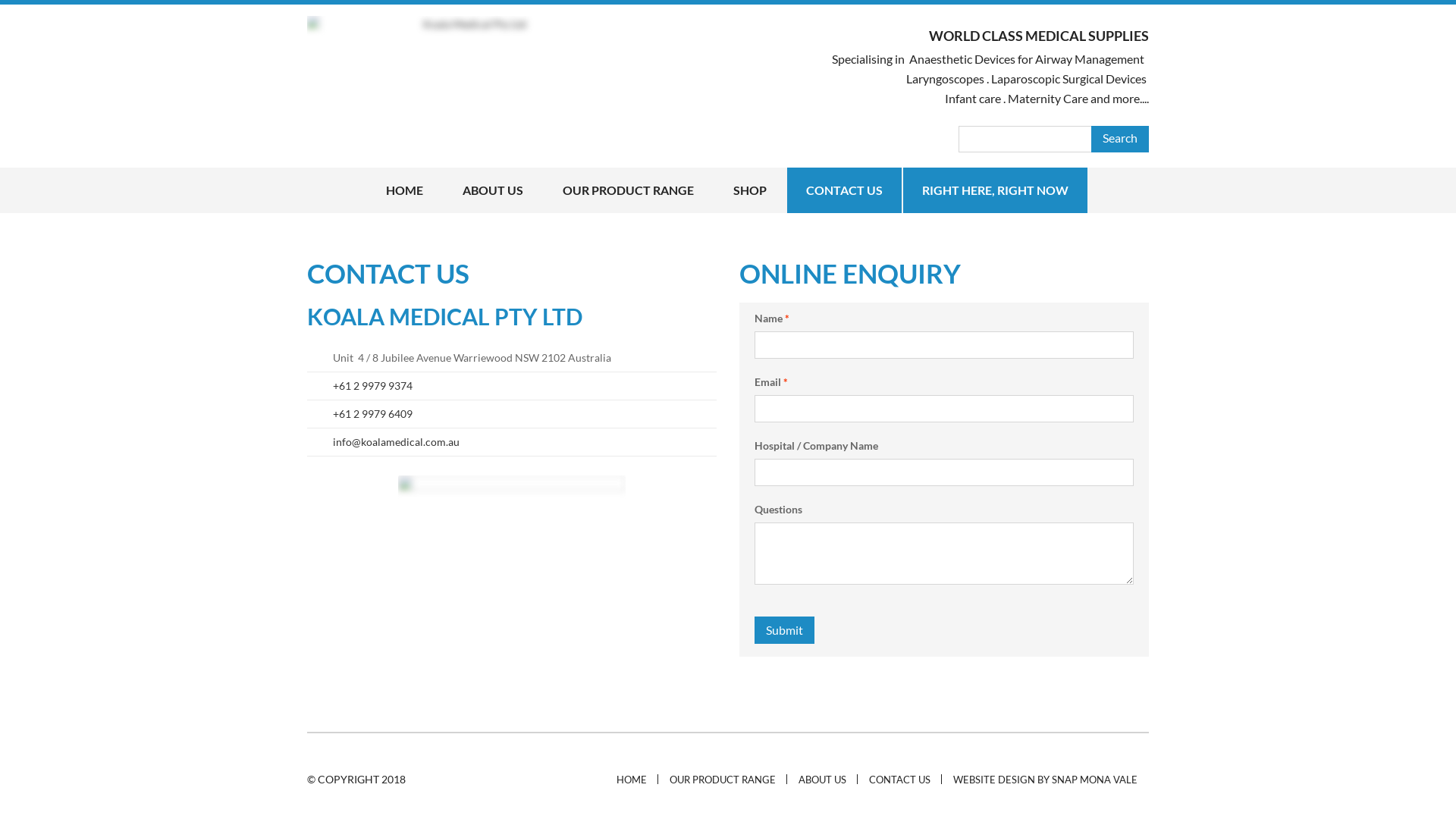  What do you see at coordinates (331, 413) in the screenshot?
I see `'+61 2 9979 6409'` at bounding box center [331, 413].